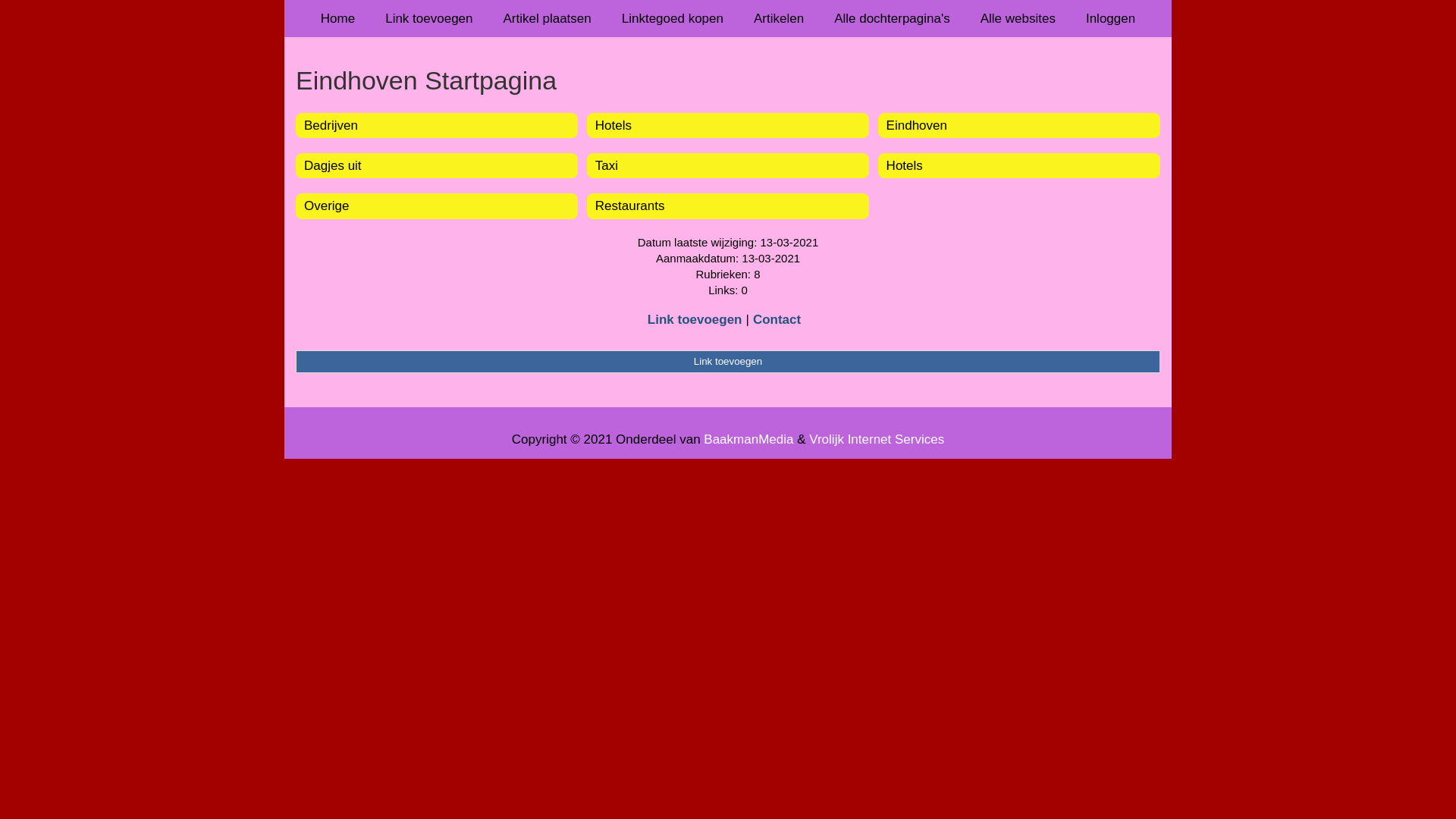  Describe the element at coordinates (739, 18) in the screenshot. I see `'Artikelen'` at that location.